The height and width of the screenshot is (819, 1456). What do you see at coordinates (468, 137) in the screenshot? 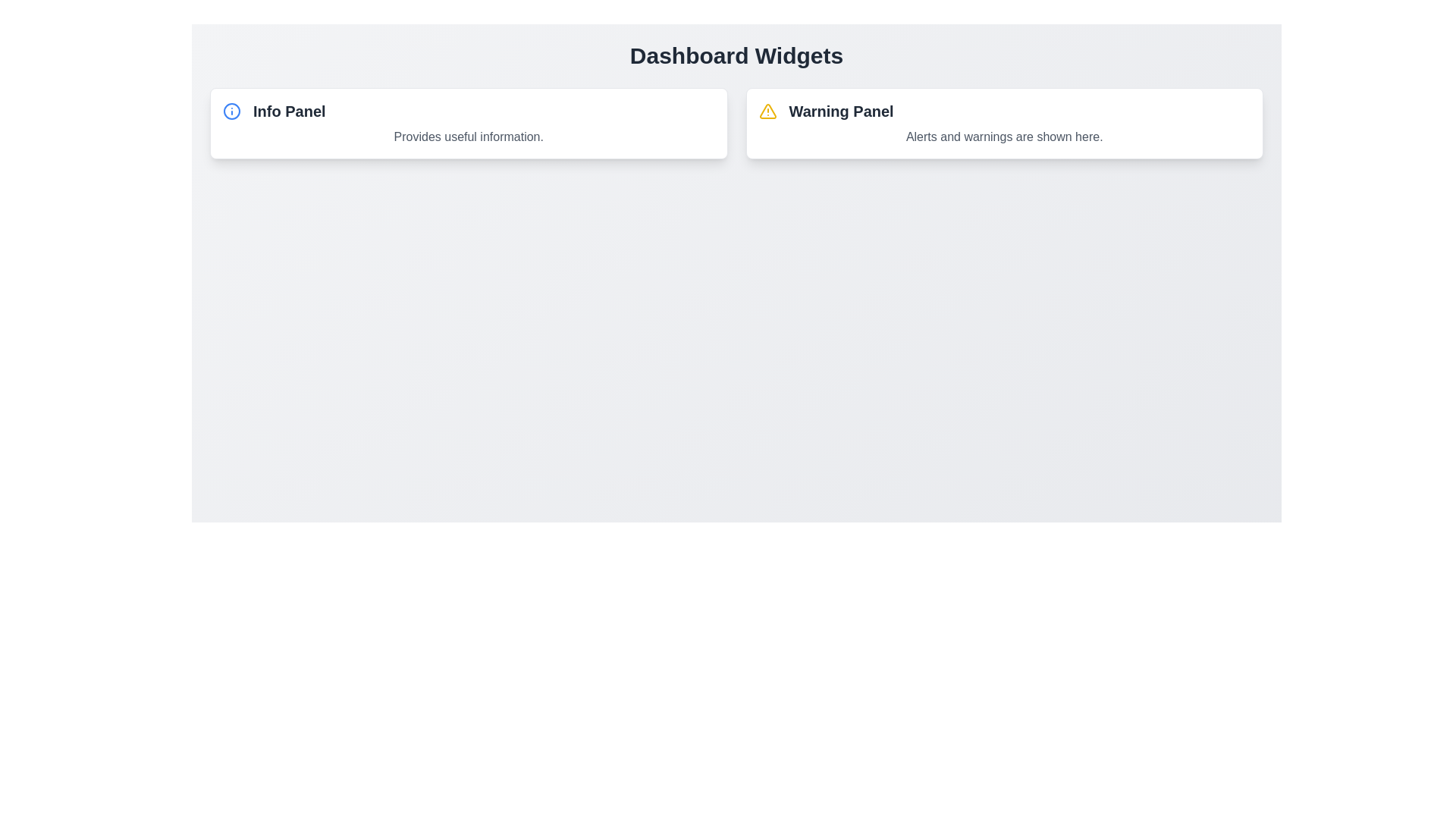
I see `the static text element located at the bottom of the 'Info Panel' card, which provides additional information and is centered horizontally beneath the title` at bounding box center [468, 137].